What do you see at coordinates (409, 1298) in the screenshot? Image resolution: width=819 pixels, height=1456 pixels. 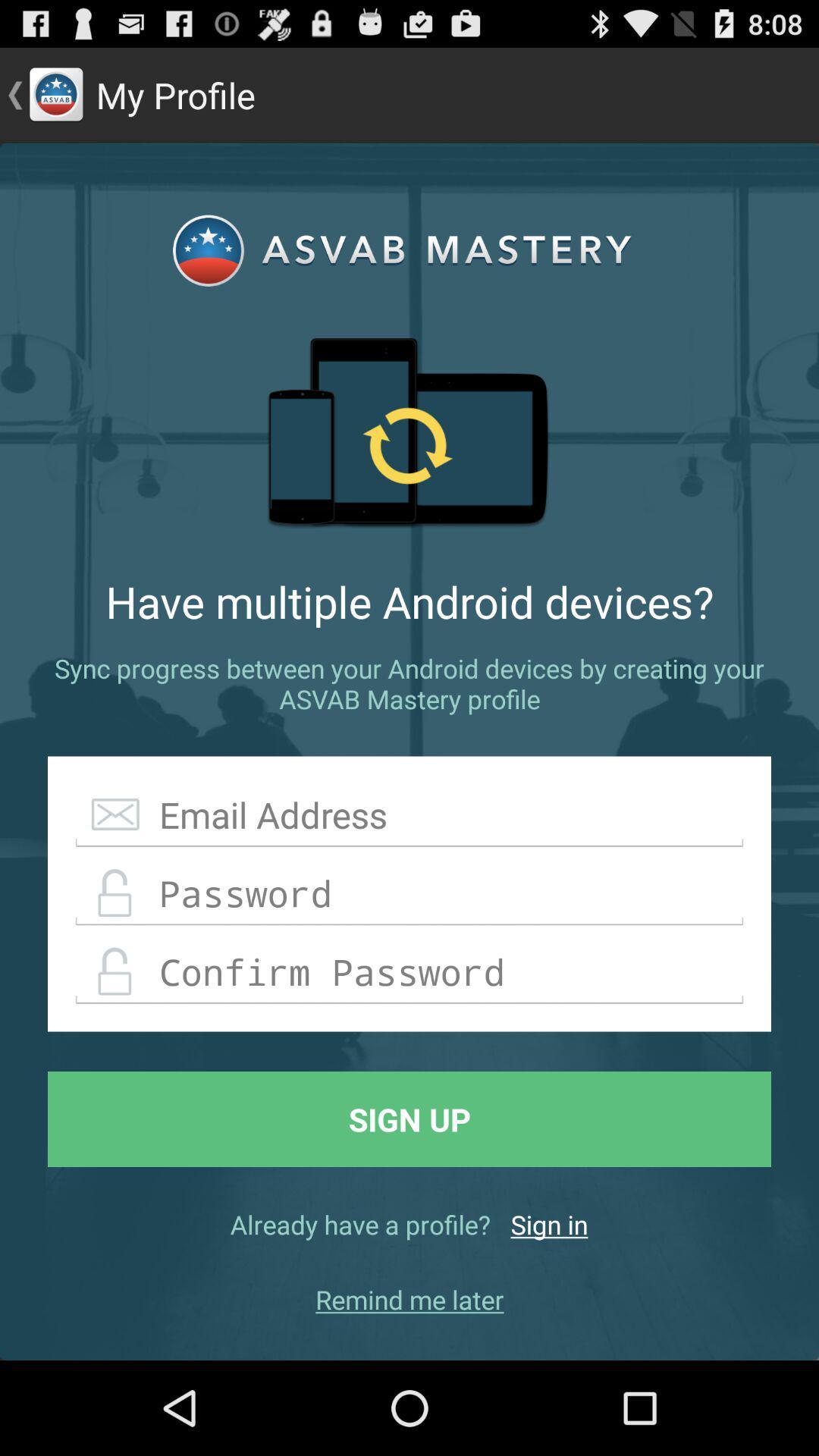 I see `app below already have a icon` at bounding box center [409, 1298].